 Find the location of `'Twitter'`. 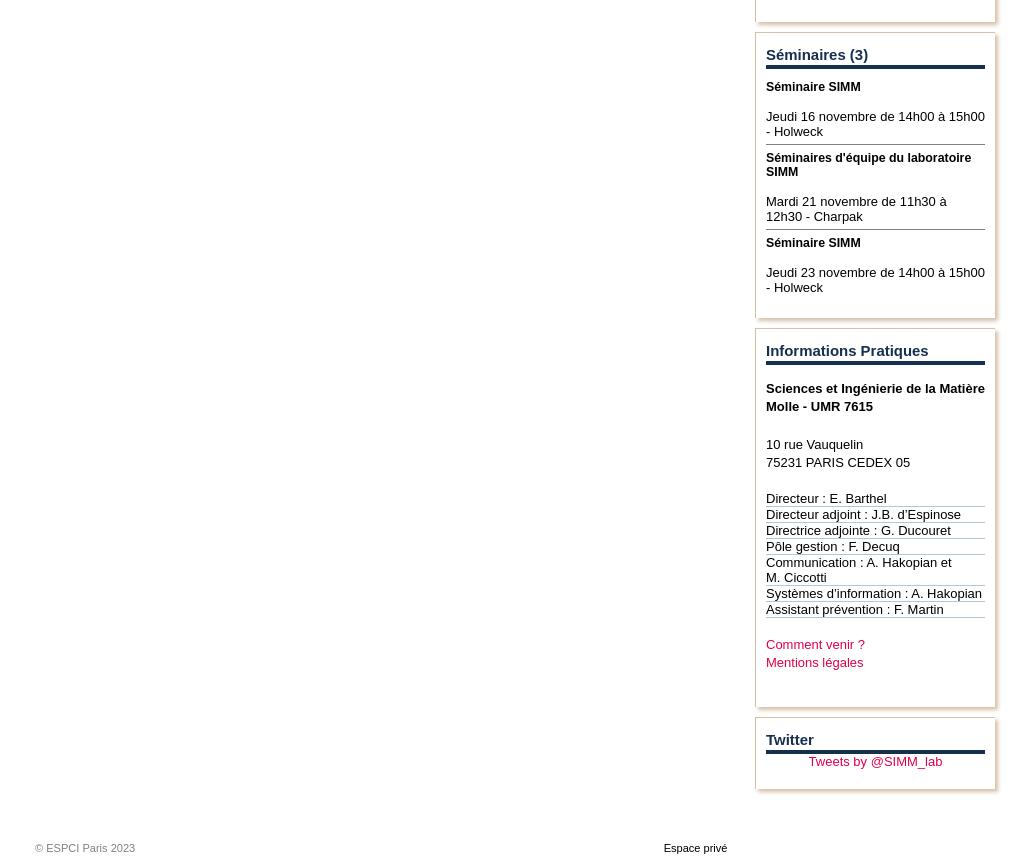

'Twitter' is located at coordinates (789, 737).